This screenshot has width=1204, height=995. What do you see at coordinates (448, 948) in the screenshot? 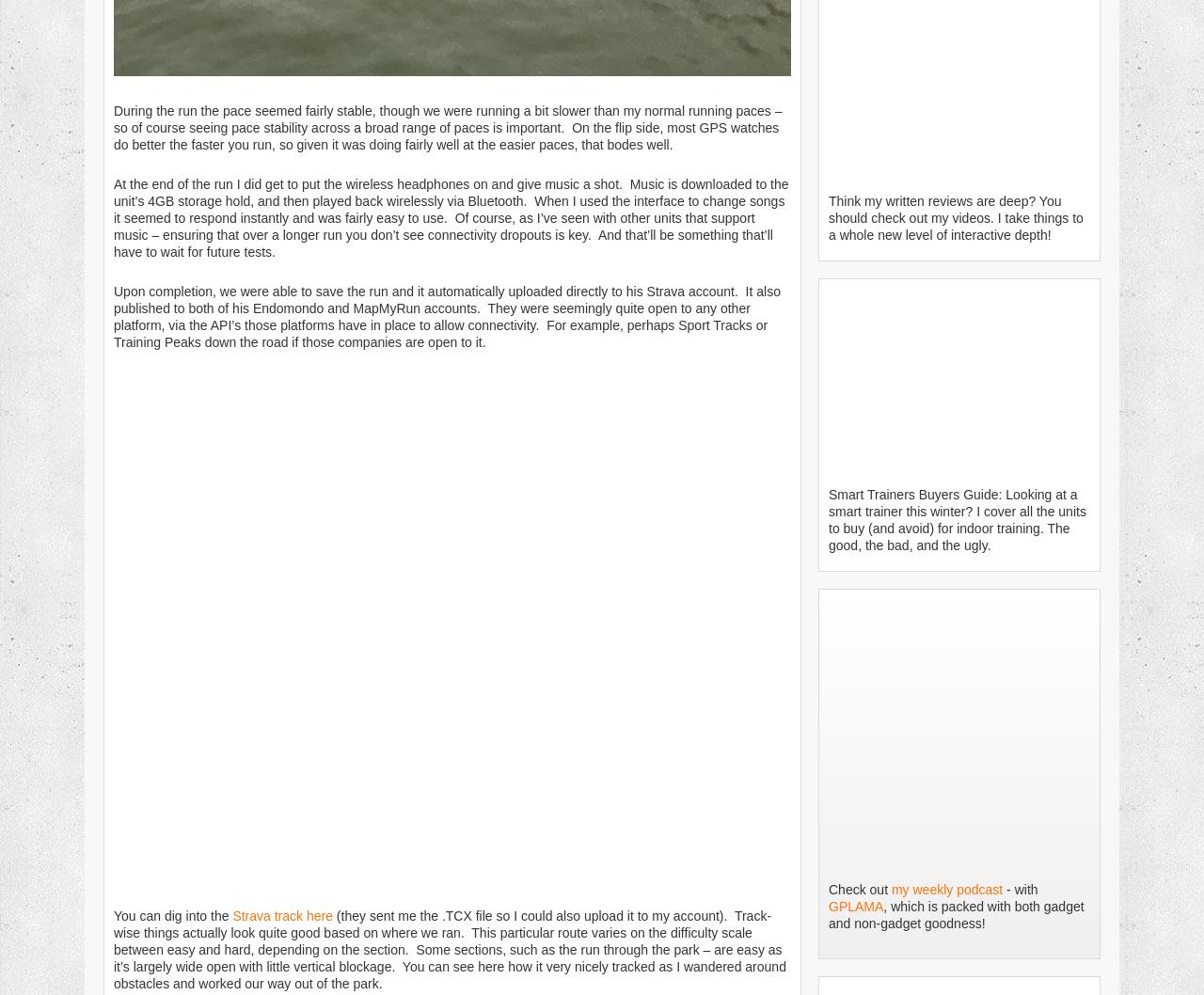
I see `'(they sent me the .TCX file so I could also upload it to my account).  Track-wise things actually look quite good based on where we ran.  This particular route varies on the difficulty scale between easy and hard, depending on the section.  Some sections, such as the run through the park – are easy as it’s largely wide open with little vertical blockage.  You can see here how it very nicely tracked as I wandered around obstacles and worked our way out of the park.'` at bounding box center [448, 948].